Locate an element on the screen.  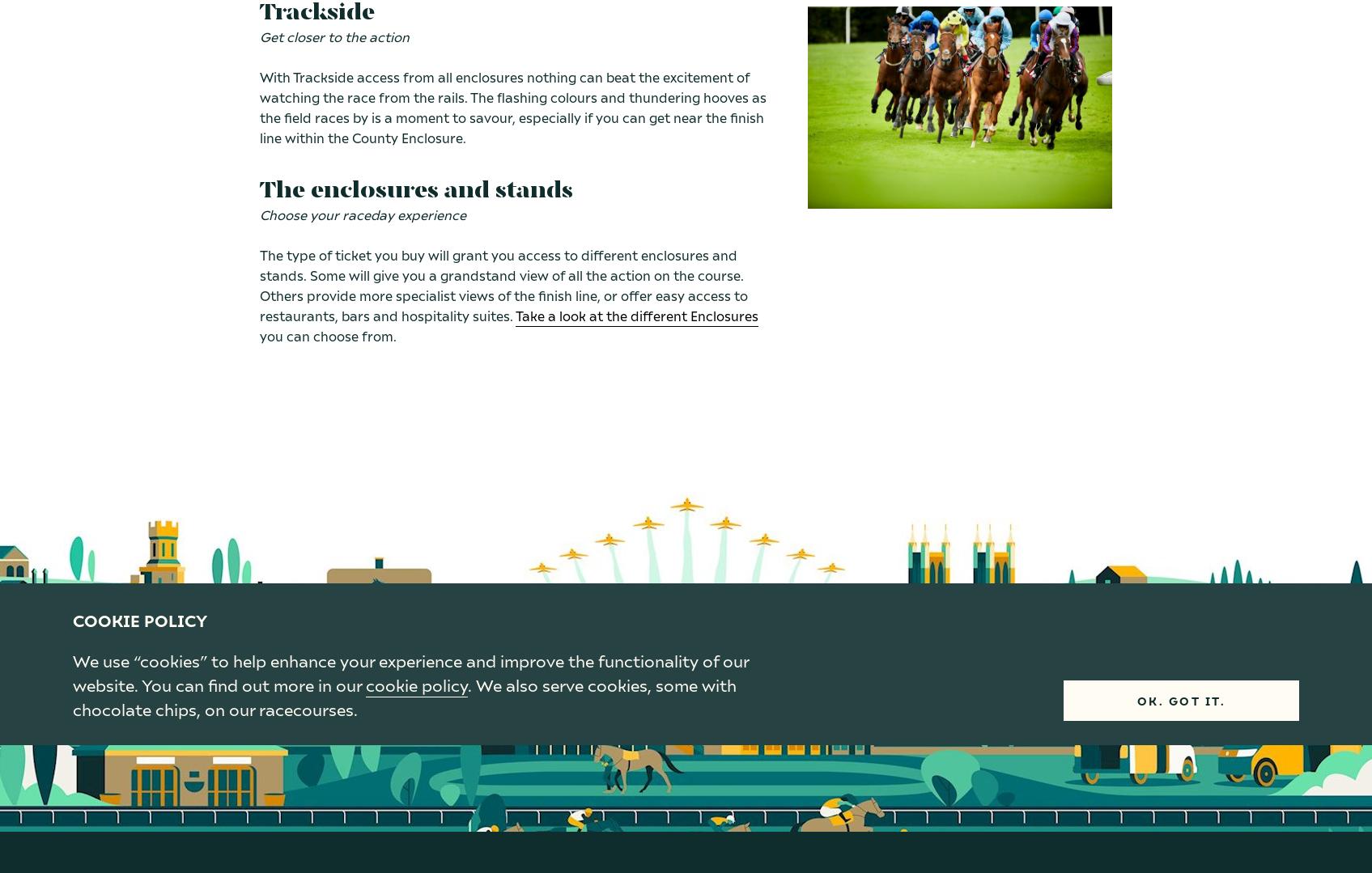
'Choose your raceday experience' is located at coordinates (259, 214).